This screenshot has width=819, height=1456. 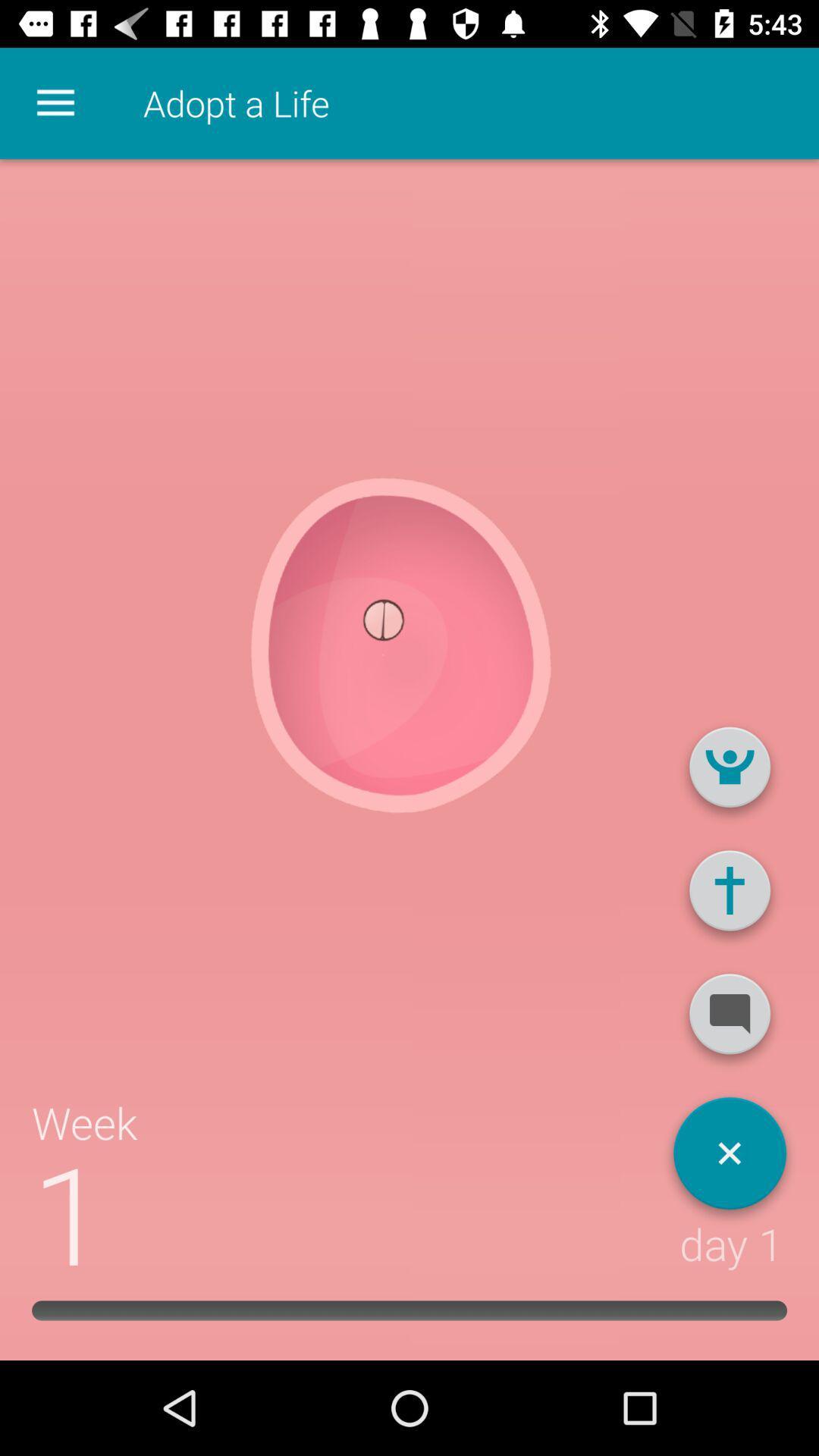 I want to click on the info icon, so click(x=729, y=896).